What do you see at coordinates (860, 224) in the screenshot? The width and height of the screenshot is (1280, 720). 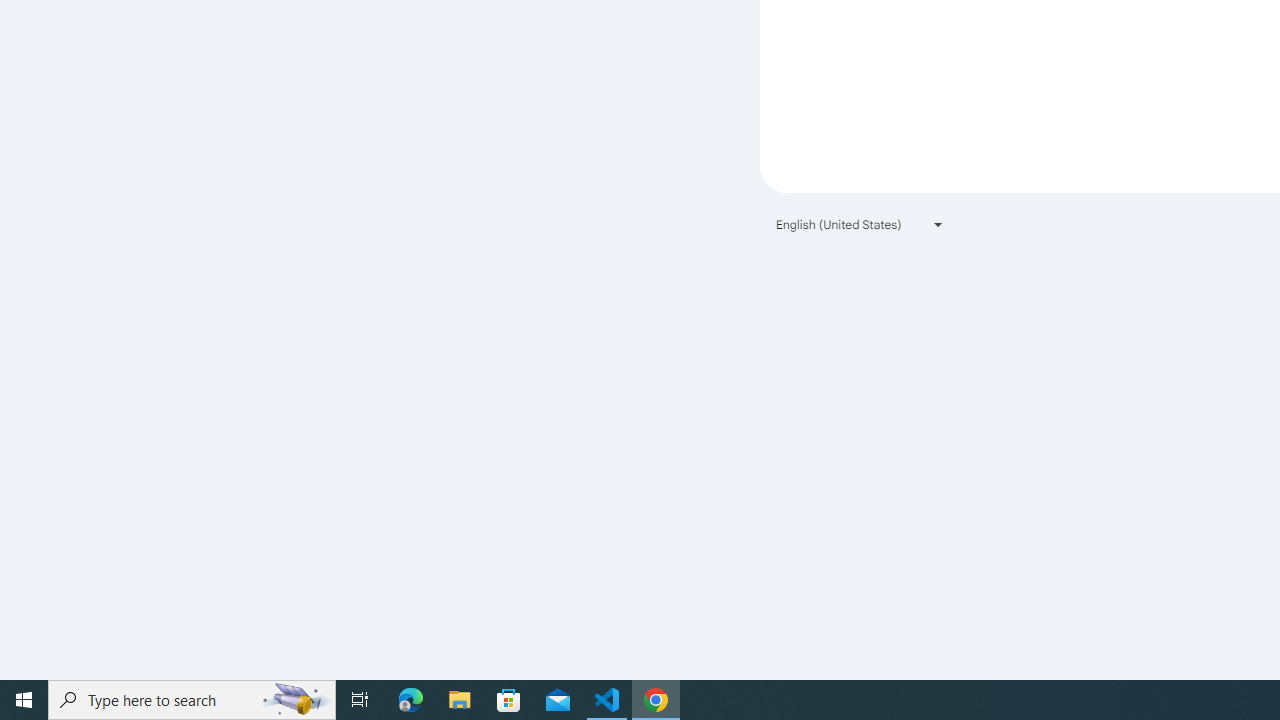 I see `'English (United States)'` at bounding box center [860, 224].